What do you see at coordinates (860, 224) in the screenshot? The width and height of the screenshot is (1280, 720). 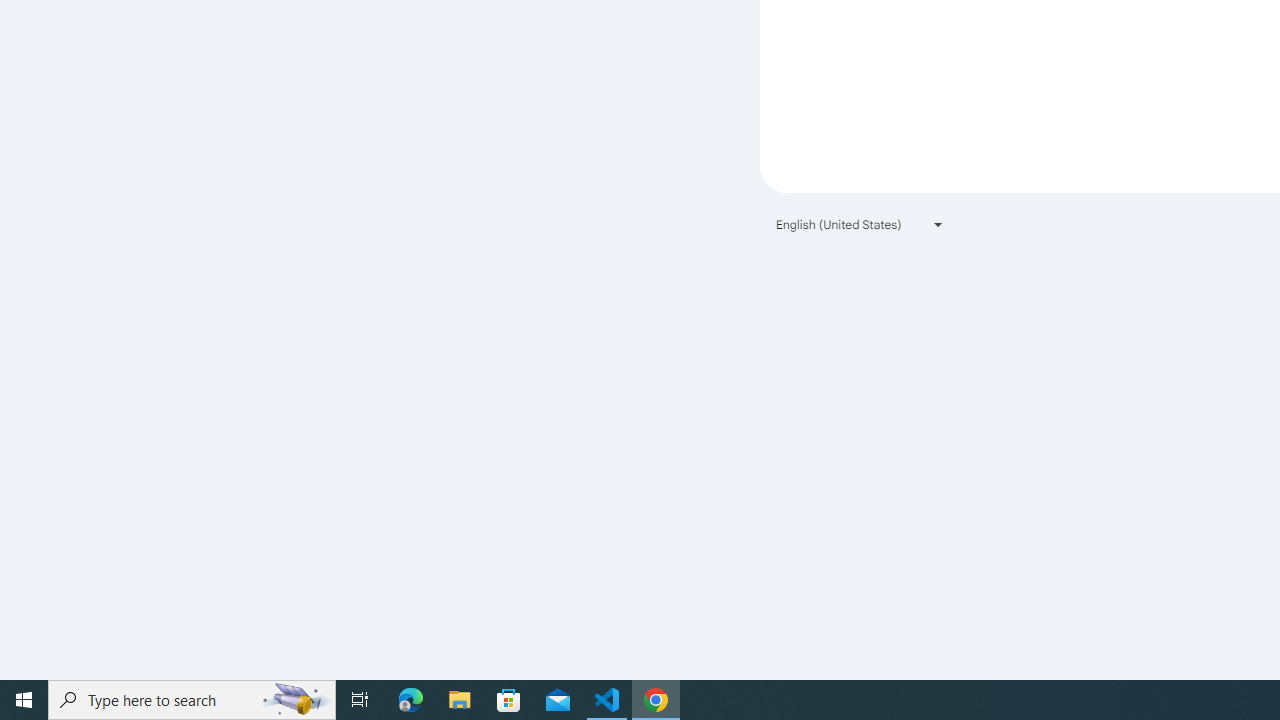 I see `'English (United States)'` at bounding box center [860, 224].